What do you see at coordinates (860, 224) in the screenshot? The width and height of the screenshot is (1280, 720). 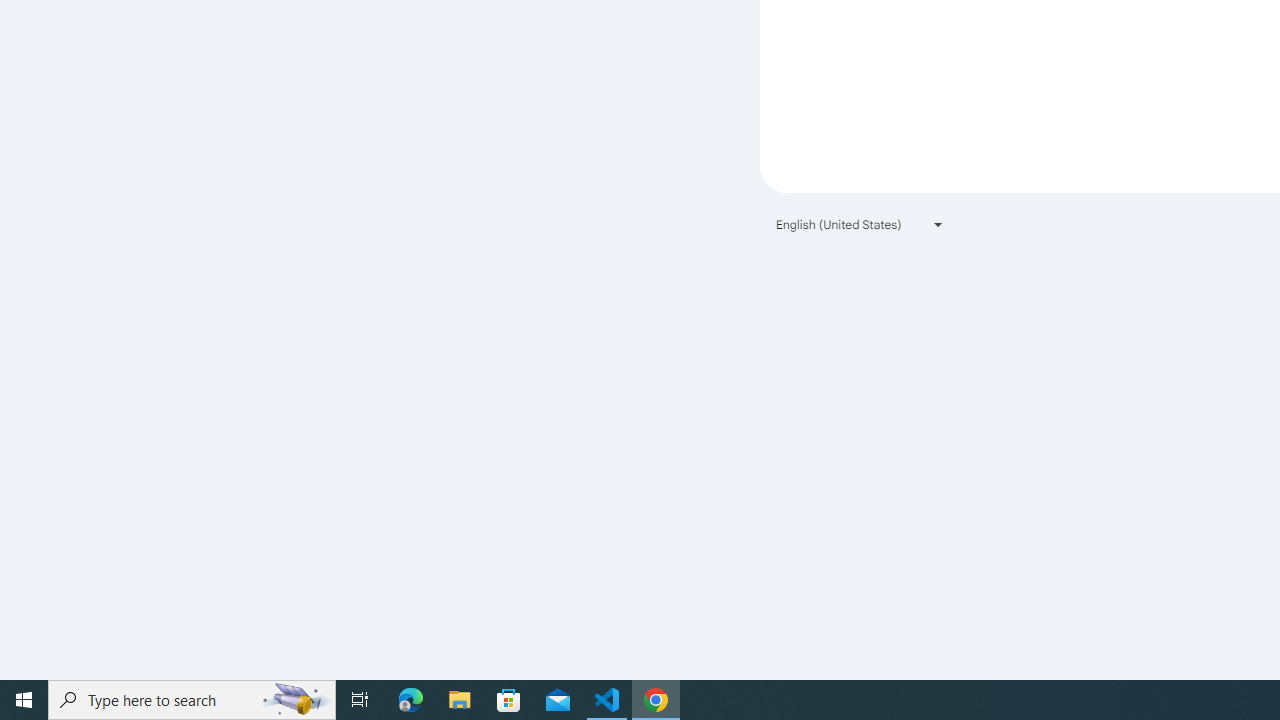 I see `'English (United States)'` at bounding box center [860, 224].